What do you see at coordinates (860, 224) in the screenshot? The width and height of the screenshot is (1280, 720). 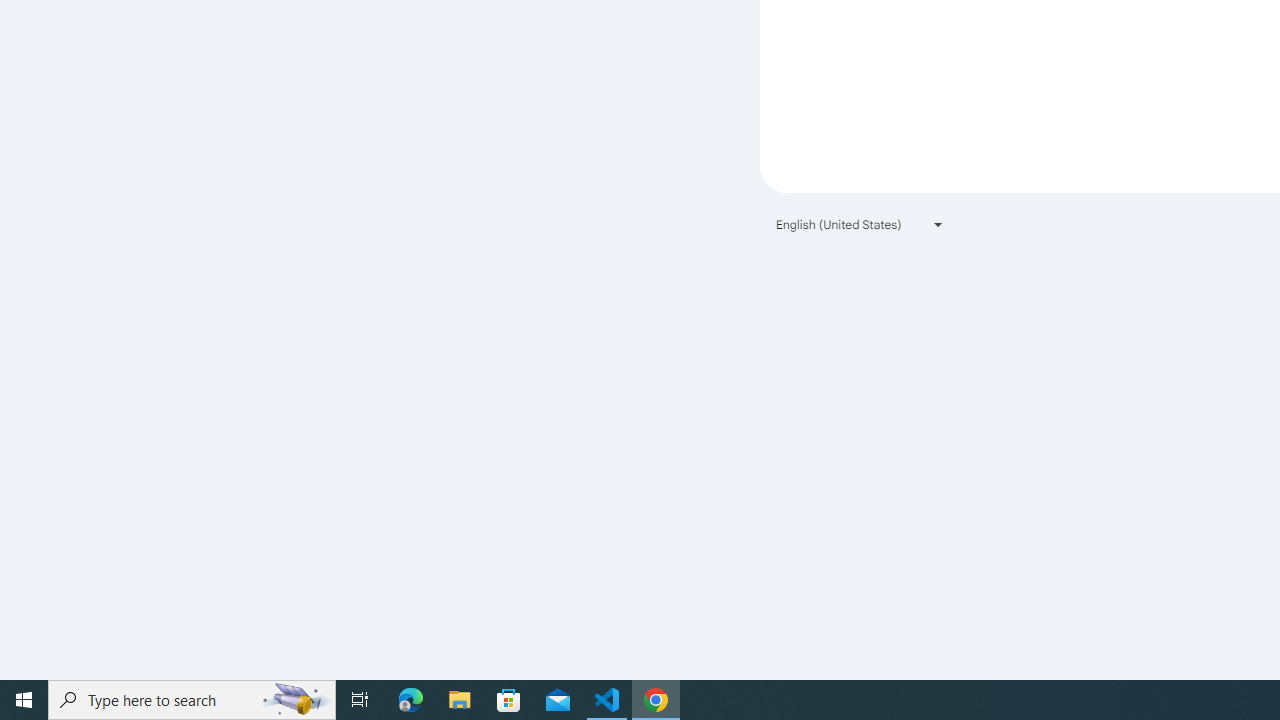 I see `'English (United States)'` at bounding box center [860, 224].